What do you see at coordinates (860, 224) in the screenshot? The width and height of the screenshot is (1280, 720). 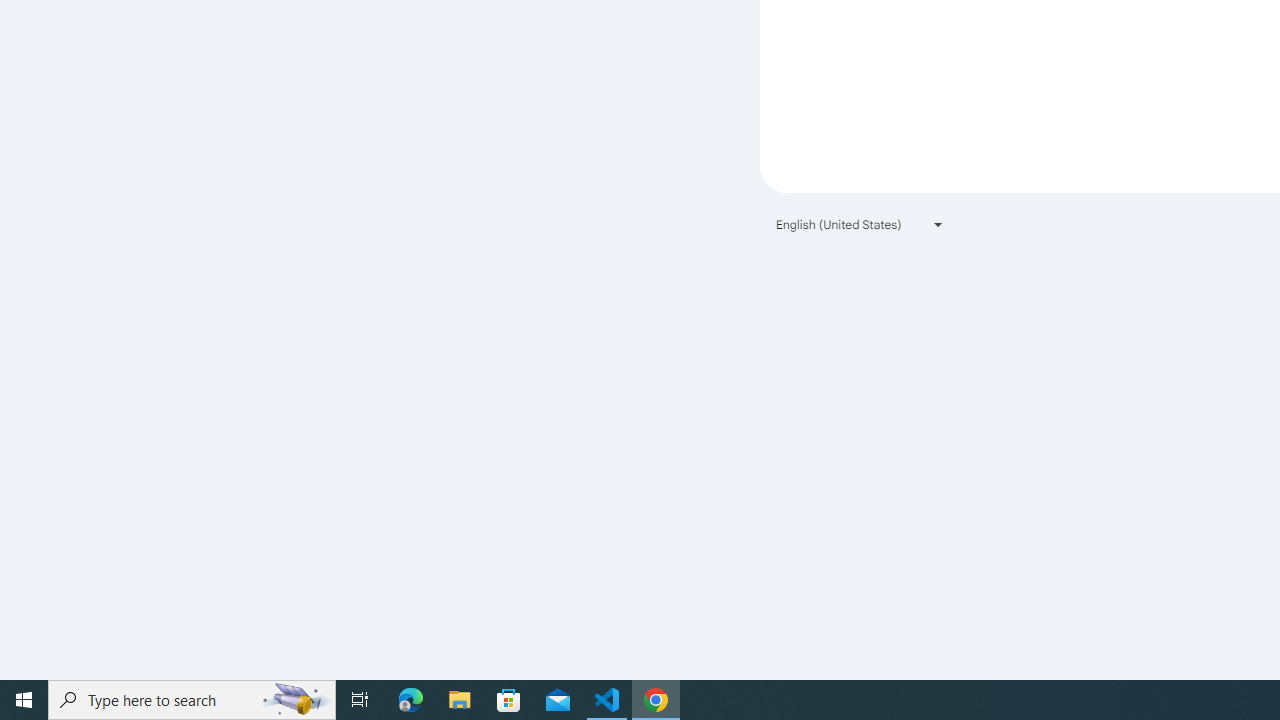 I see `'English (United States)'` at bounding box center [860, 224].